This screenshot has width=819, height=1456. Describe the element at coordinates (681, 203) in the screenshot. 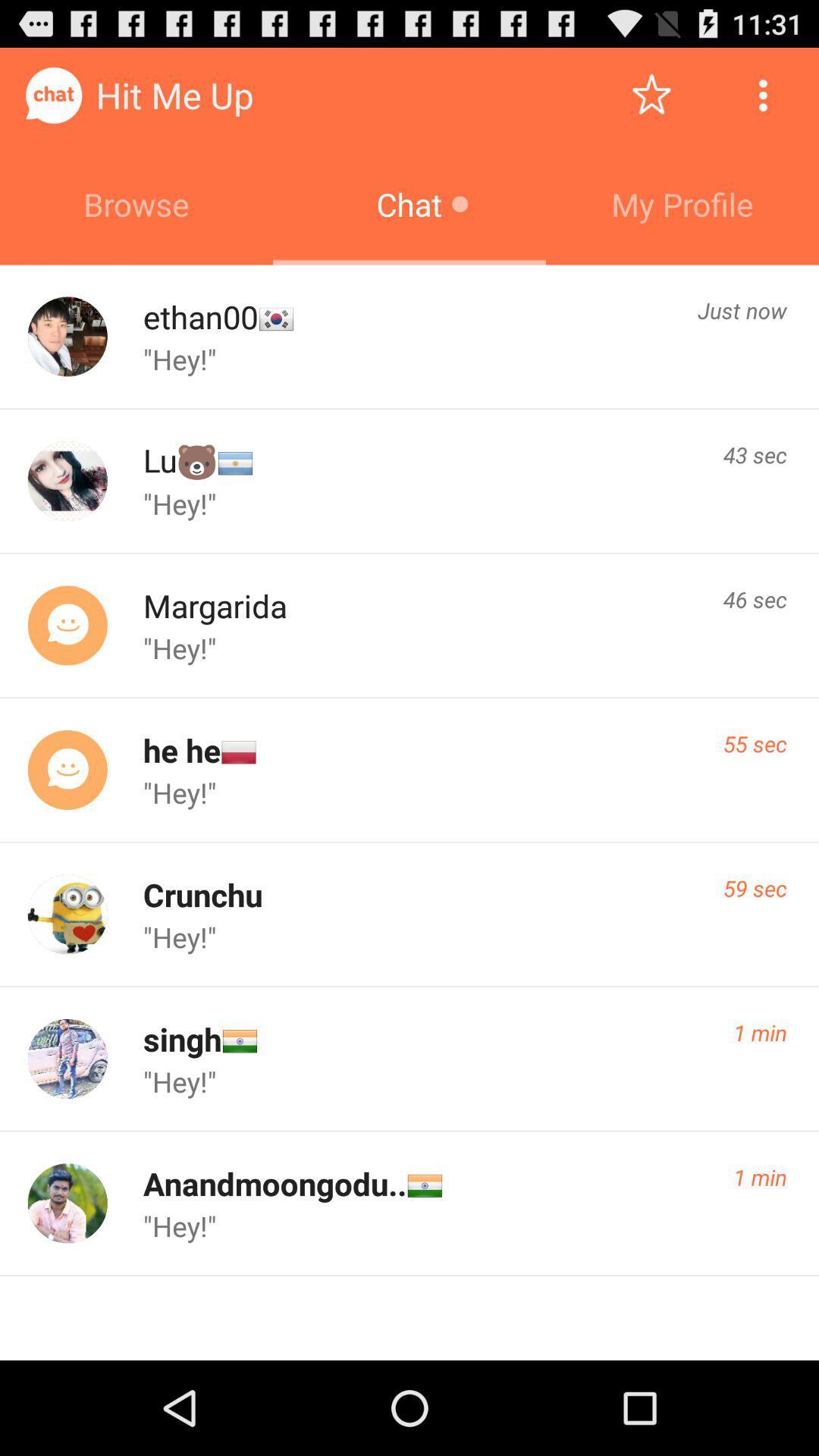

I see `the my profile icon` at that location.